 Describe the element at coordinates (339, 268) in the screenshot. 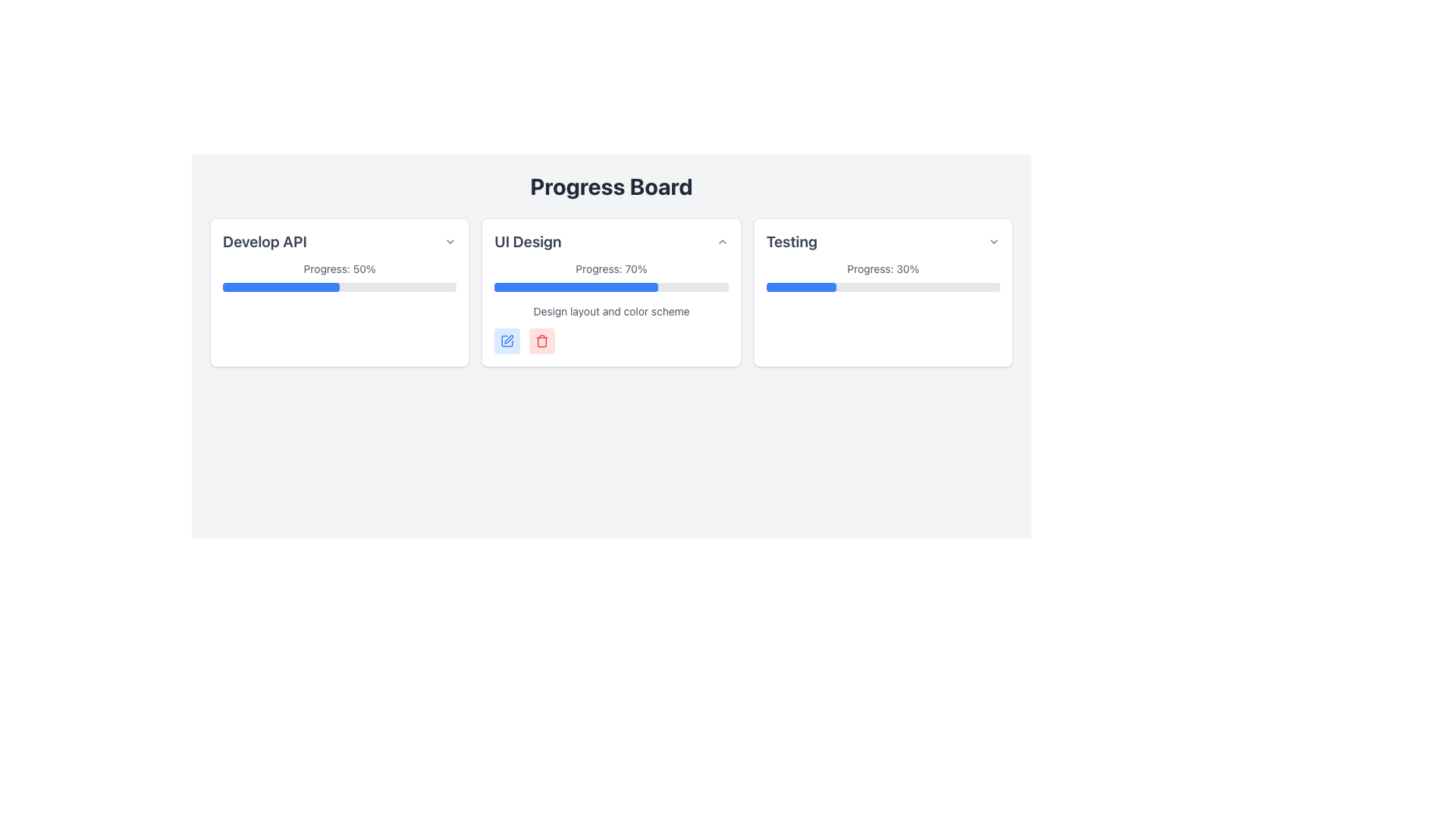

I see `progress information displayed as 'Progress: 50%' within the progress card titled 'Develop API'` at that location.